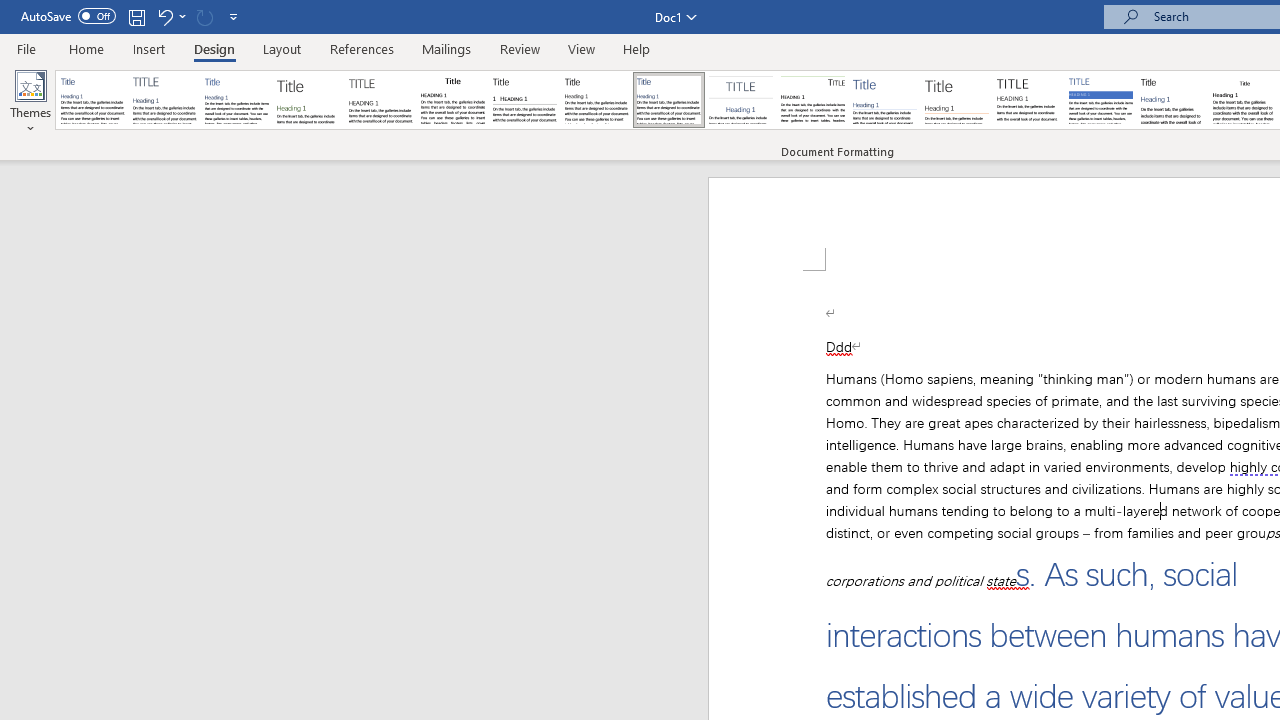  I want to click on 'Lines (Simple)', so click(884, 100).